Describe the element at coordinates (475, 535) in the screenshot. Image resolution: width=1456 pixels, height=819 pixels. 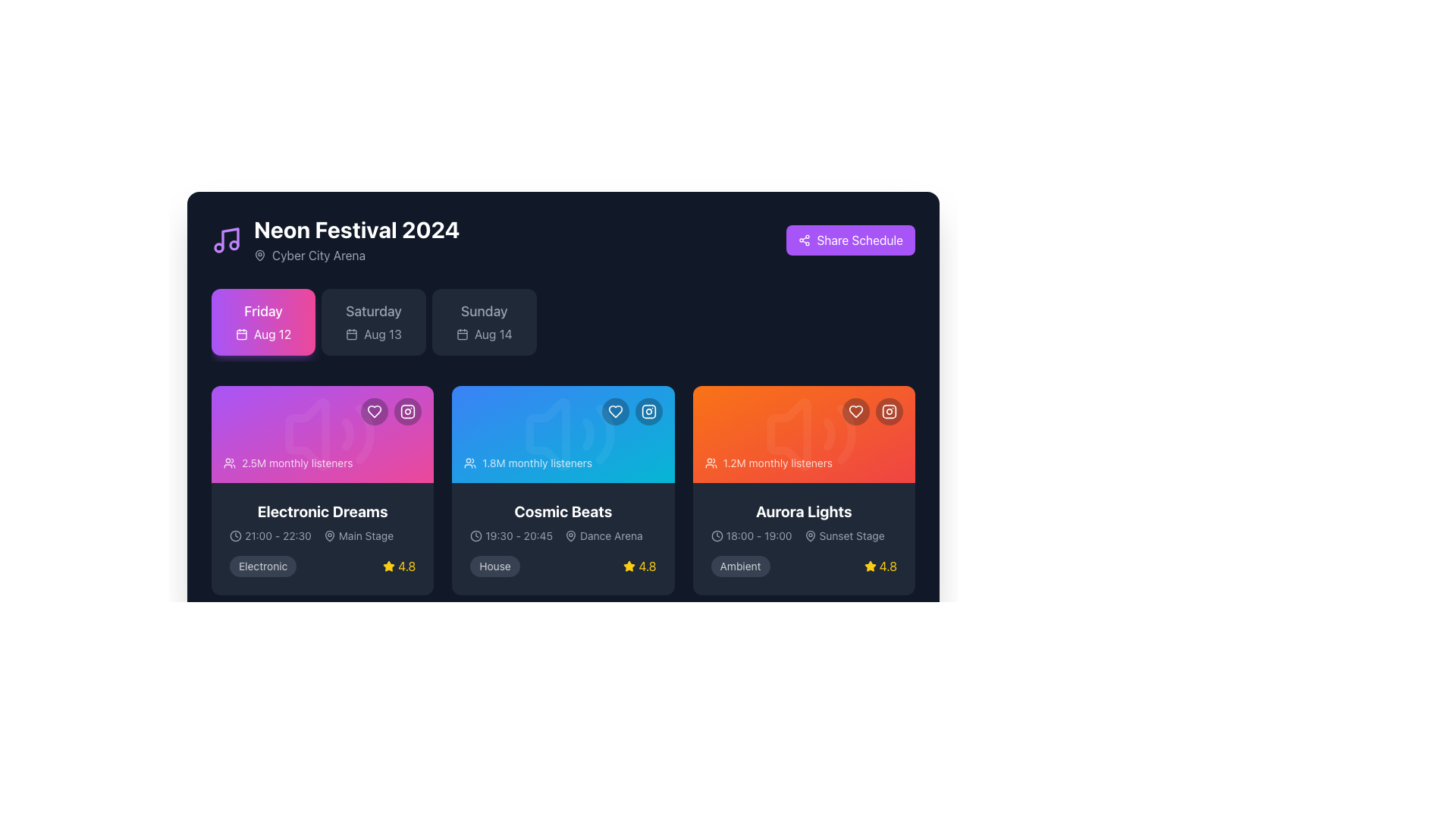
I see `properties of the circular SVG icon that is part of the clock icon located at the top-left area of the 'Cosmic Beats' card` at that location.